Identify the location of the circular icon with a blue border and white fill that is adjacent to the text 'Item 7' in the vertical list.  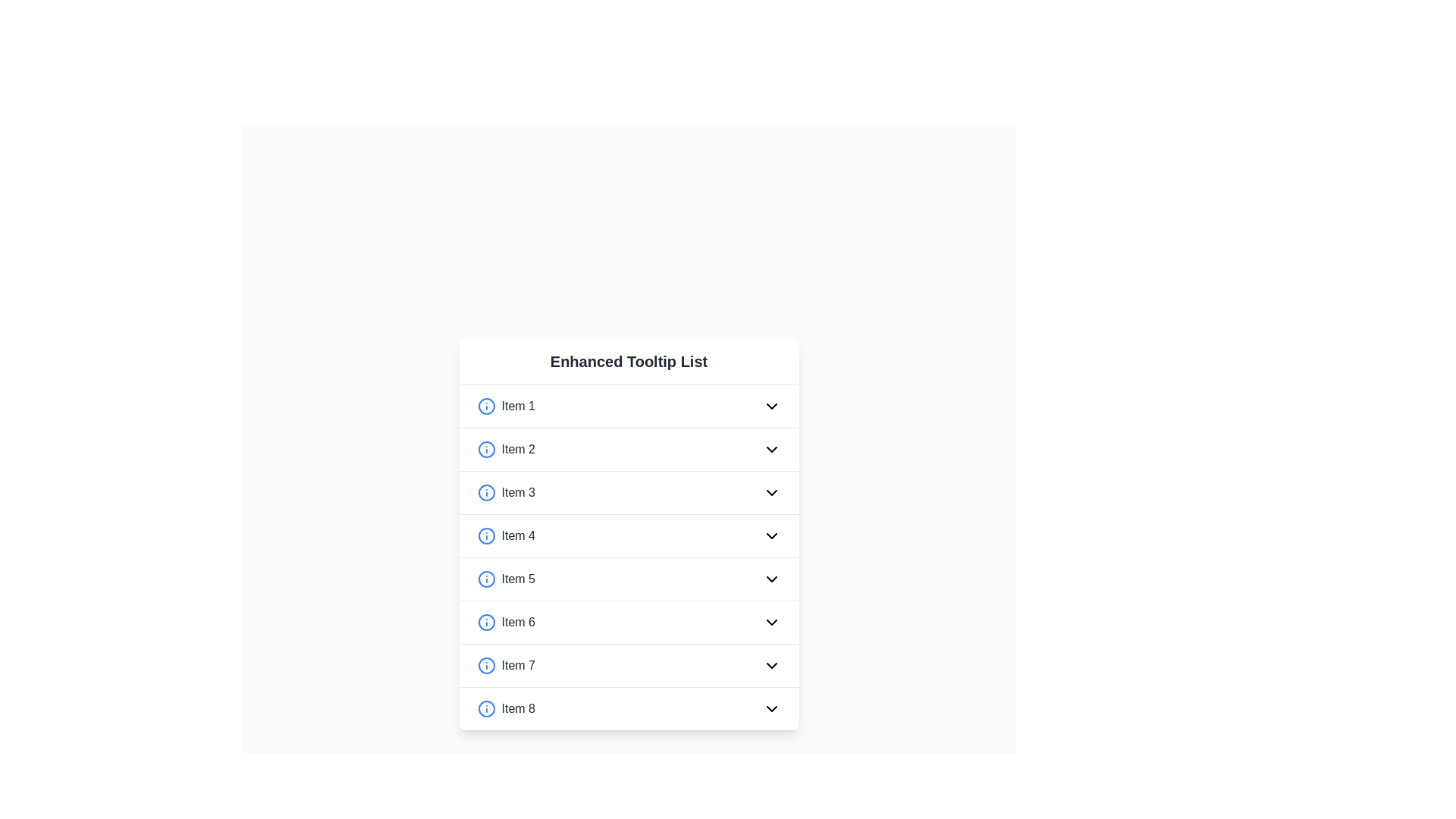
(486, 665).